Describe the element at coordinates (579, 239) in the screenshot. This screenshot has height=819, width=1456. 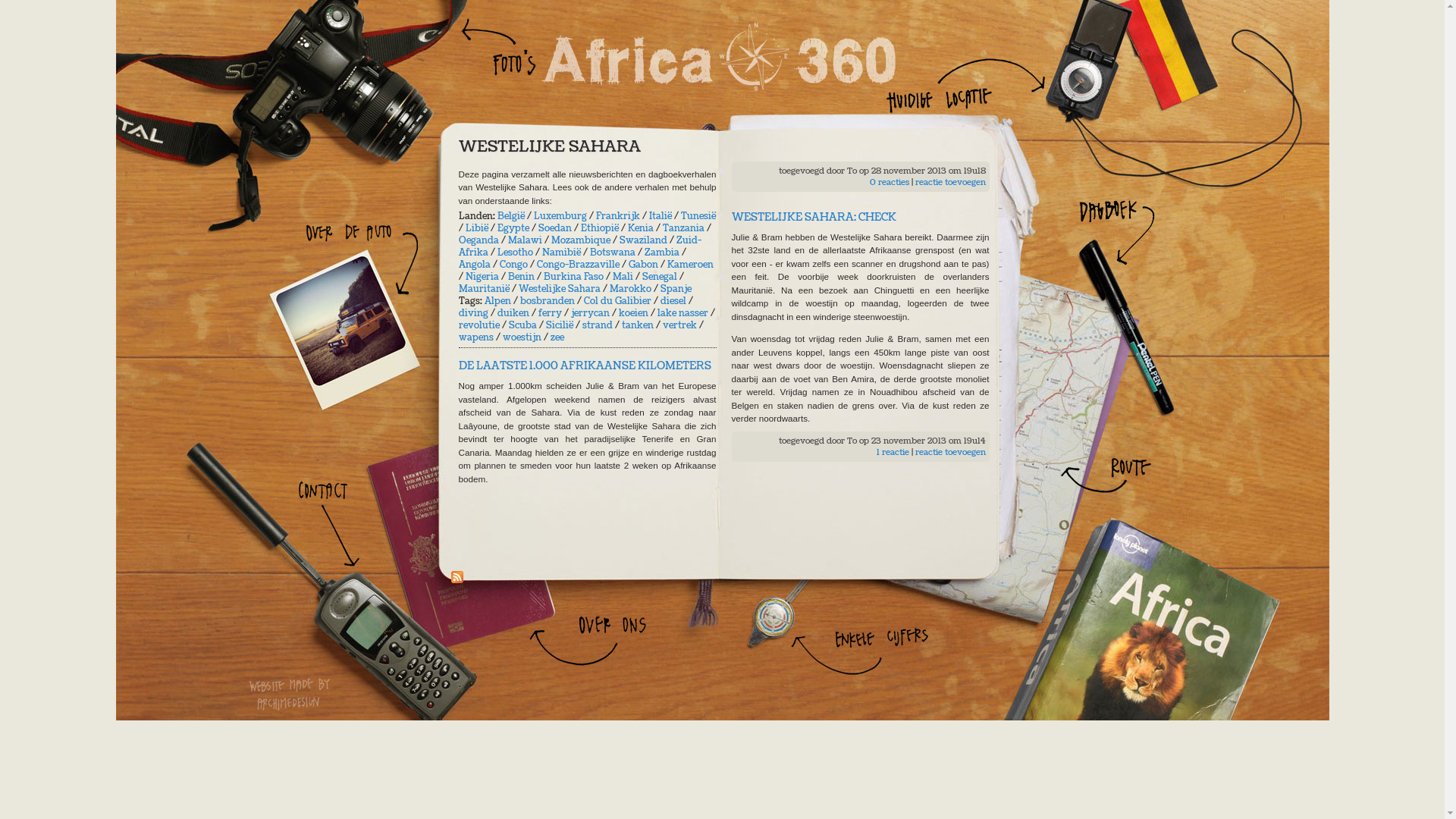
I see `'Mozambique'` at that location.